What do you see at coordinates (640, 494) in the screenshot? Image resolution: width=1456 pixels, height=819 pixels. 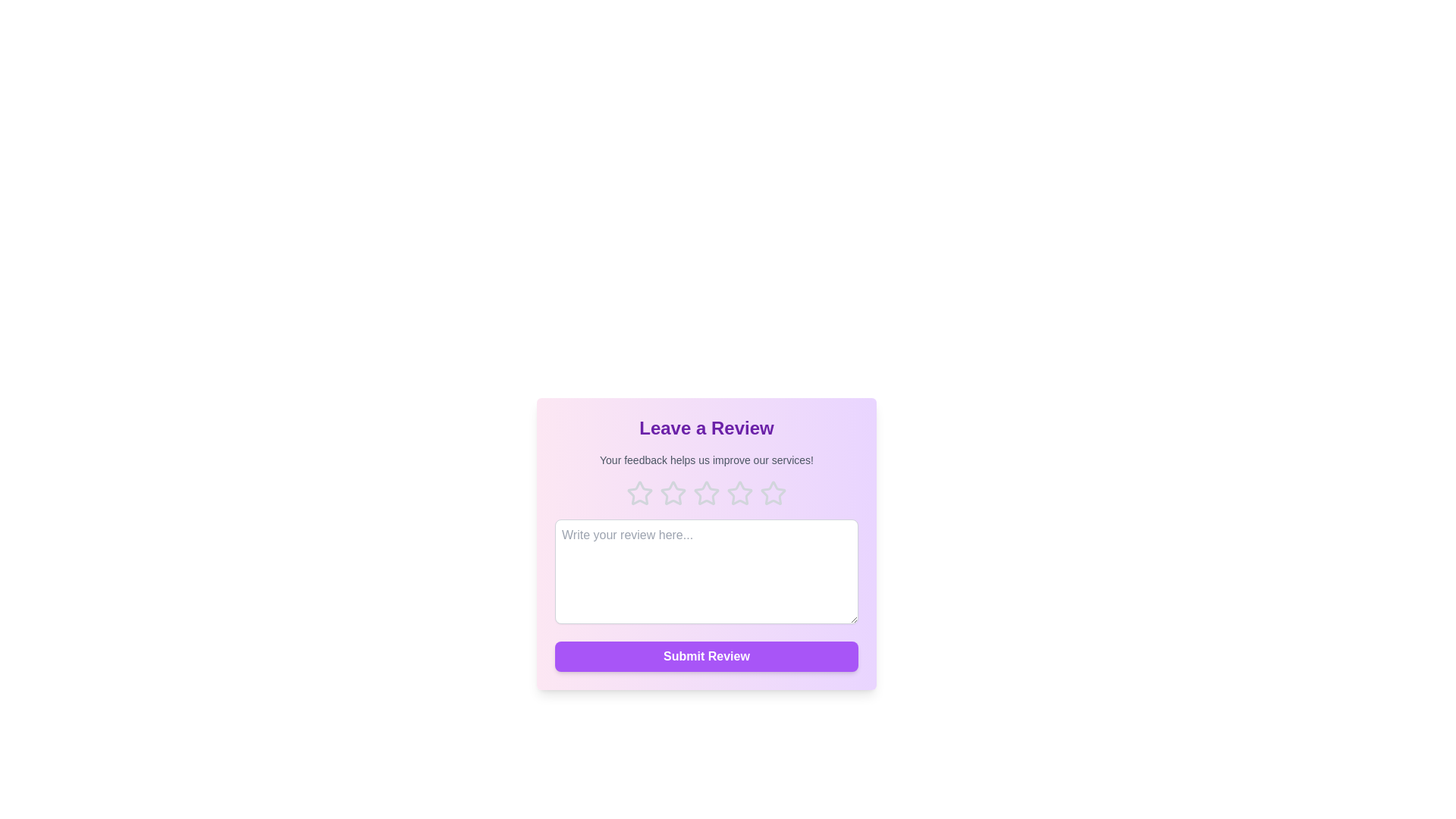 I see `the 1 star to highlight it` at bounding box center [640, 494].